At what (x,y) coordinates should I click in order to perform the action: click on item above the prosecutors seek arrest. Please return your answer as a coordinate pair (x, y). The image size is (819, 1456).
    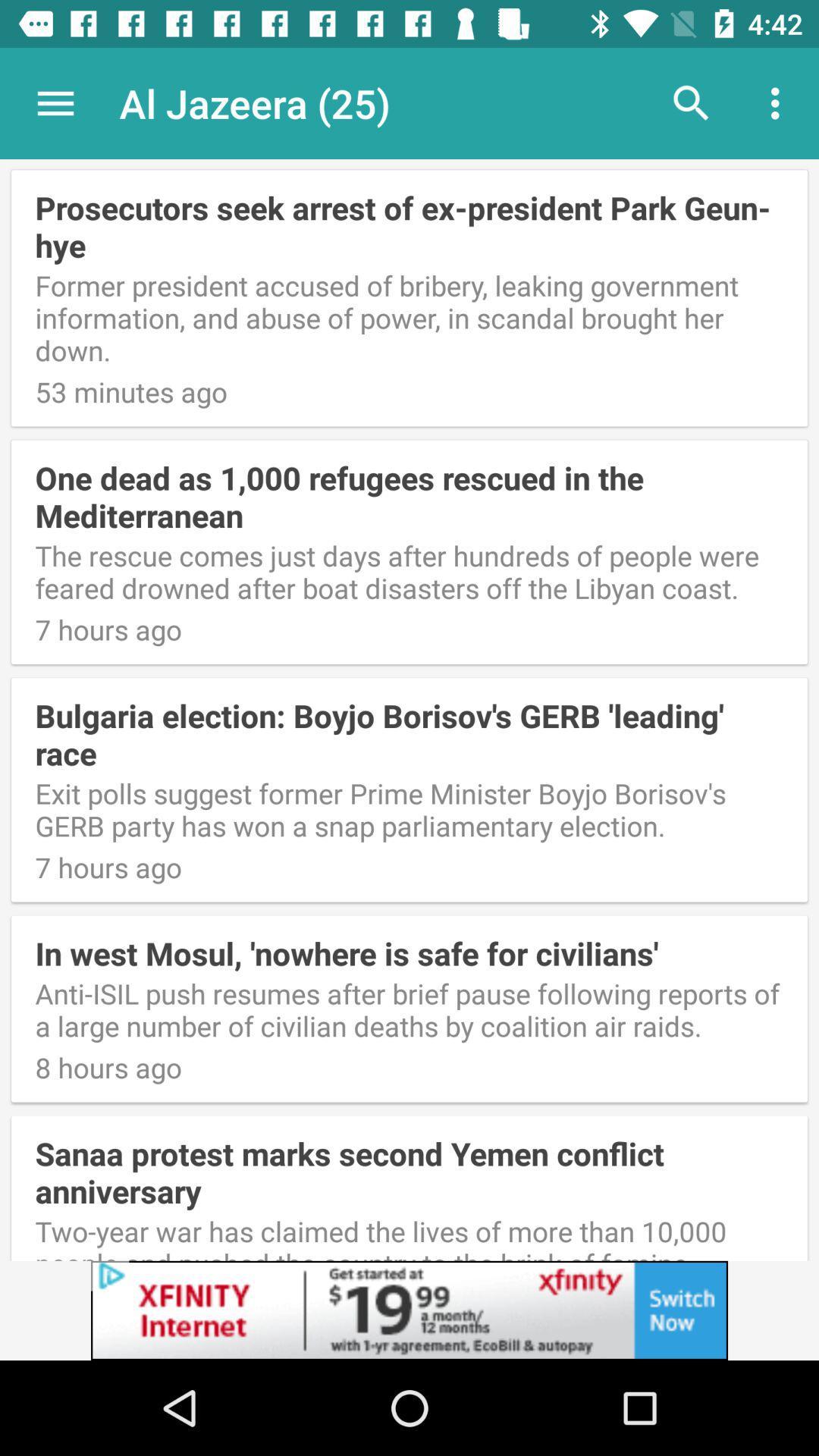
    Looking at the image, I should click on (779, 102).